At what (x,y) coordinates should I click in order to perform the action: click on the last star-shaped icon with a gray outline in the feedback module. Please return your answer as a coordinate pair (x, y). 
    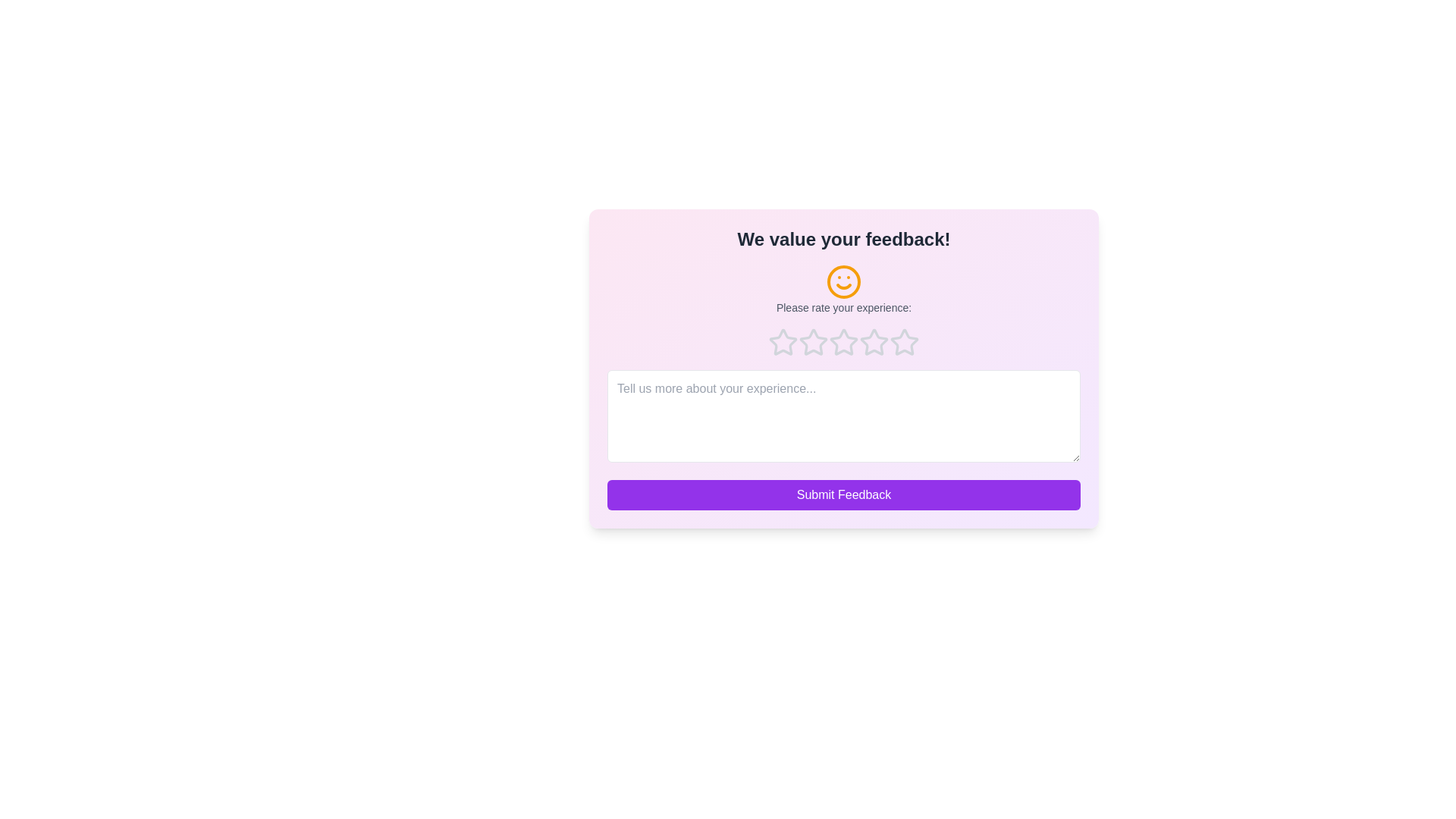
    Looking at the image, I should click on (905, 342).